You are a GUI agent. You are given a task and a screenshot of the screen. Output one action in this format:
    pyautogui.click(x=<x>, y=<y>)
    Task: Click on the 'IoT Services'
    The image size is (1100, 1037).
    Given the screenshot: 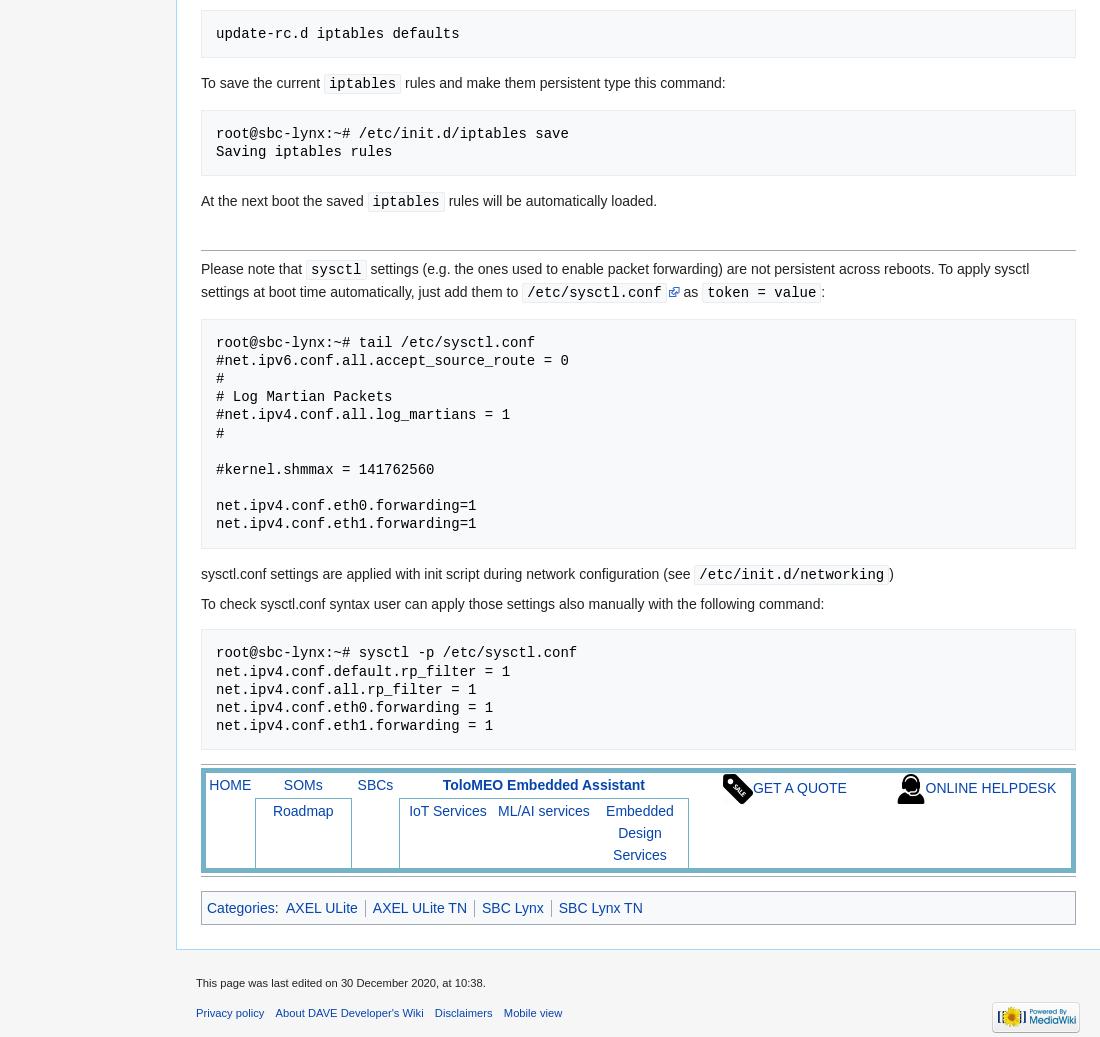 What is the action you would take?
    pyautogui.click(x=446, y=810)
    